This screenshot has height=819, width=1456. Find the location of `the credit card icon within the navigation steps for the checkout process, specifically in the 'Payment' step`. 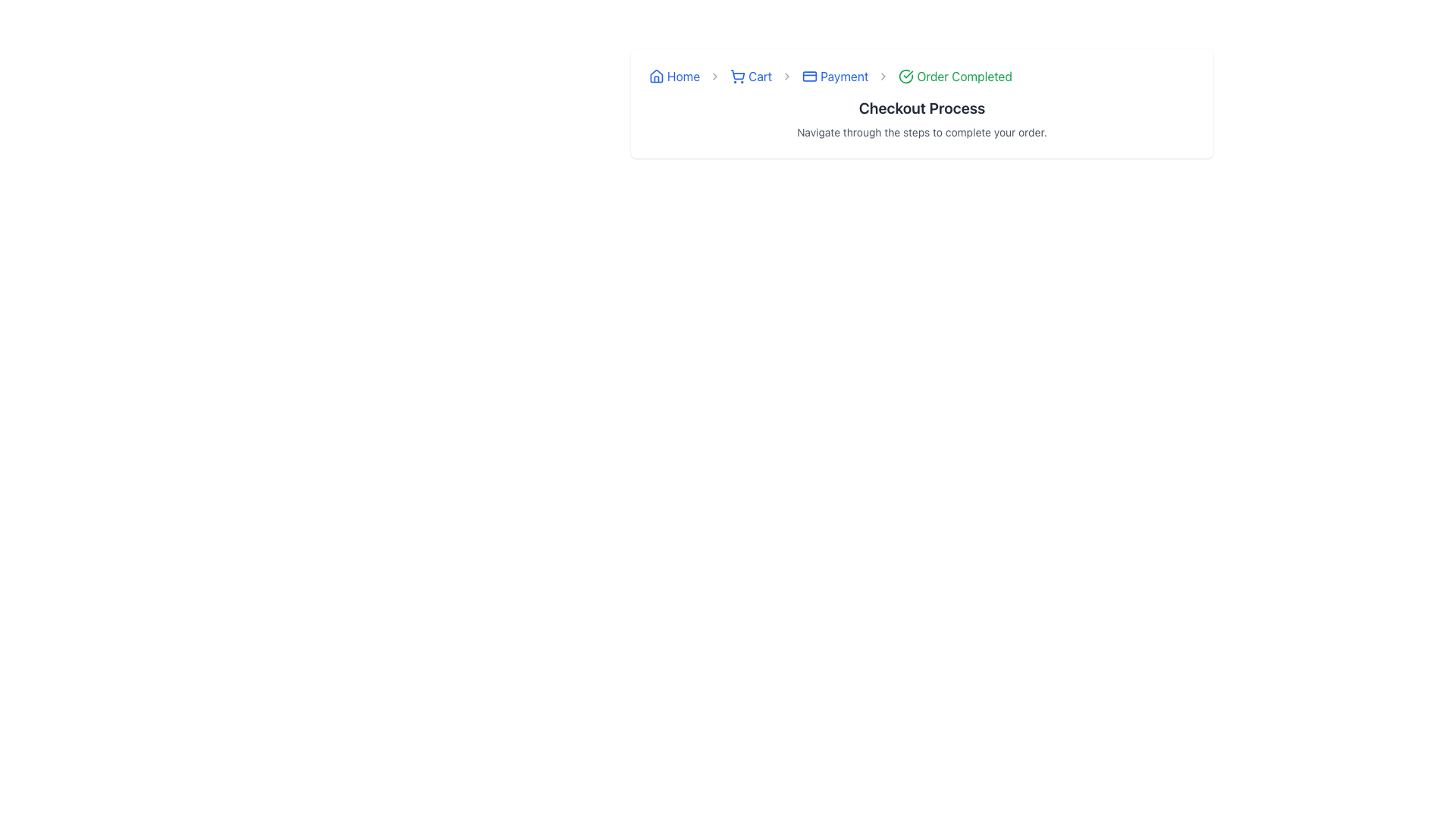

the credit card icon within the navigation steps for the checkout process, specifically in the 'Payment' step is located at coordinates (809, 76).